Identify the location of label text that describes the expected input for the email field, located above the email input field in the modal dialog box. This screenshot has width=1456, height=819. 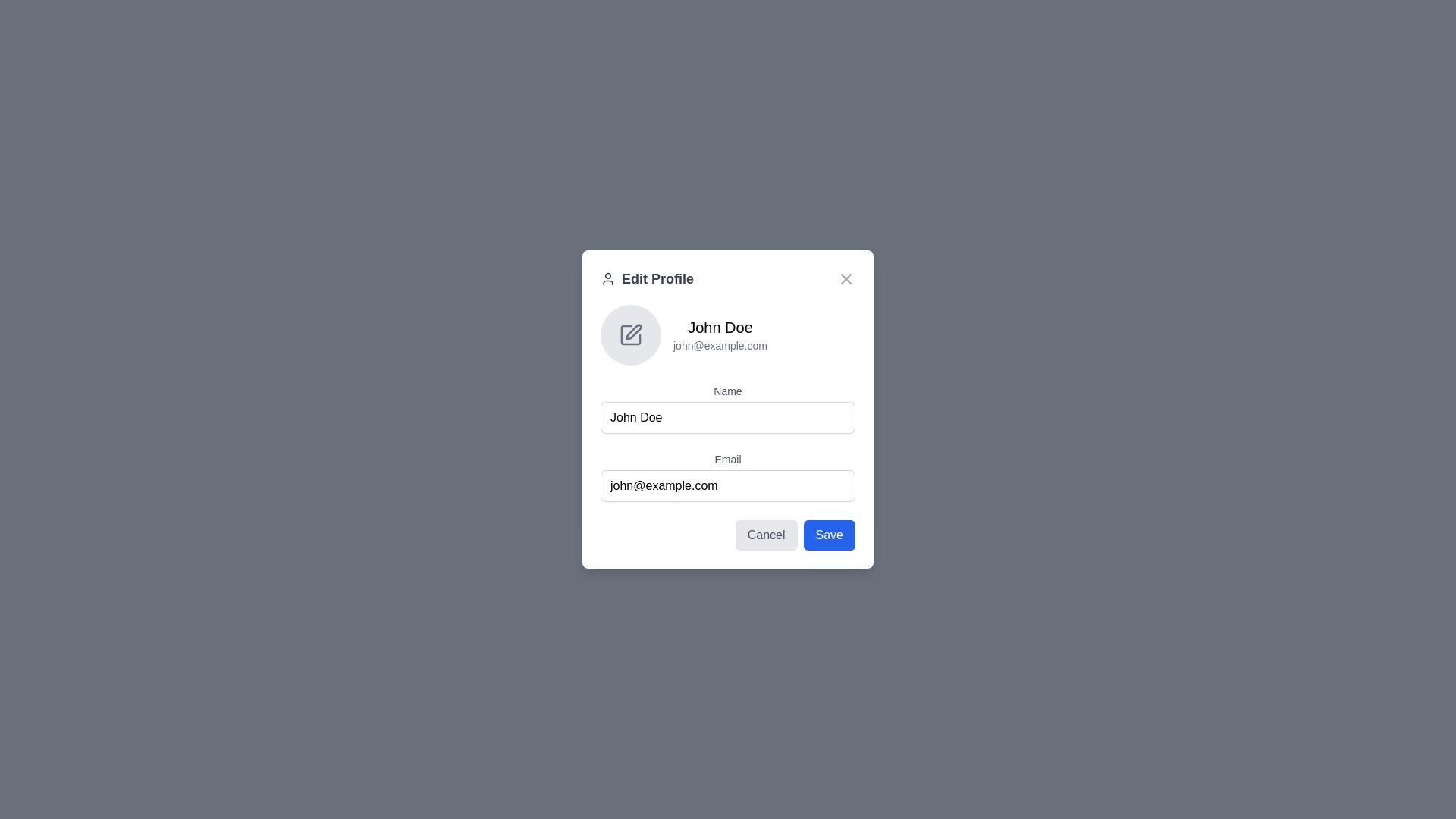
(728, 458).